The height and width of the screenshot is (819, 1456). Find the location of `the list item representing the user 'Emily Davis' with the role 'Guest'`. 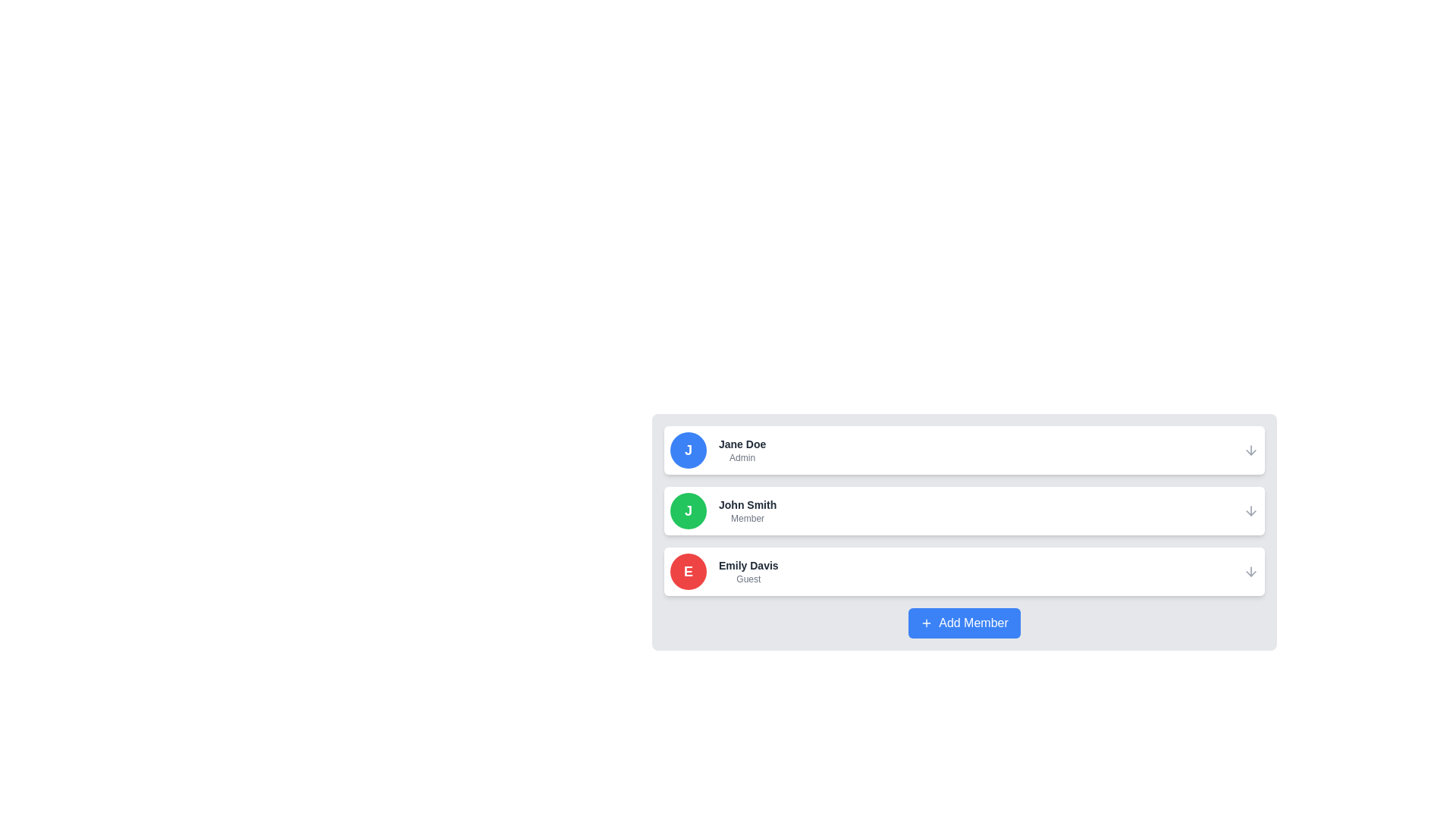

the list item representing the user 'Emily Davis' with the role 'Guest' is located at coordinates (964, 571).